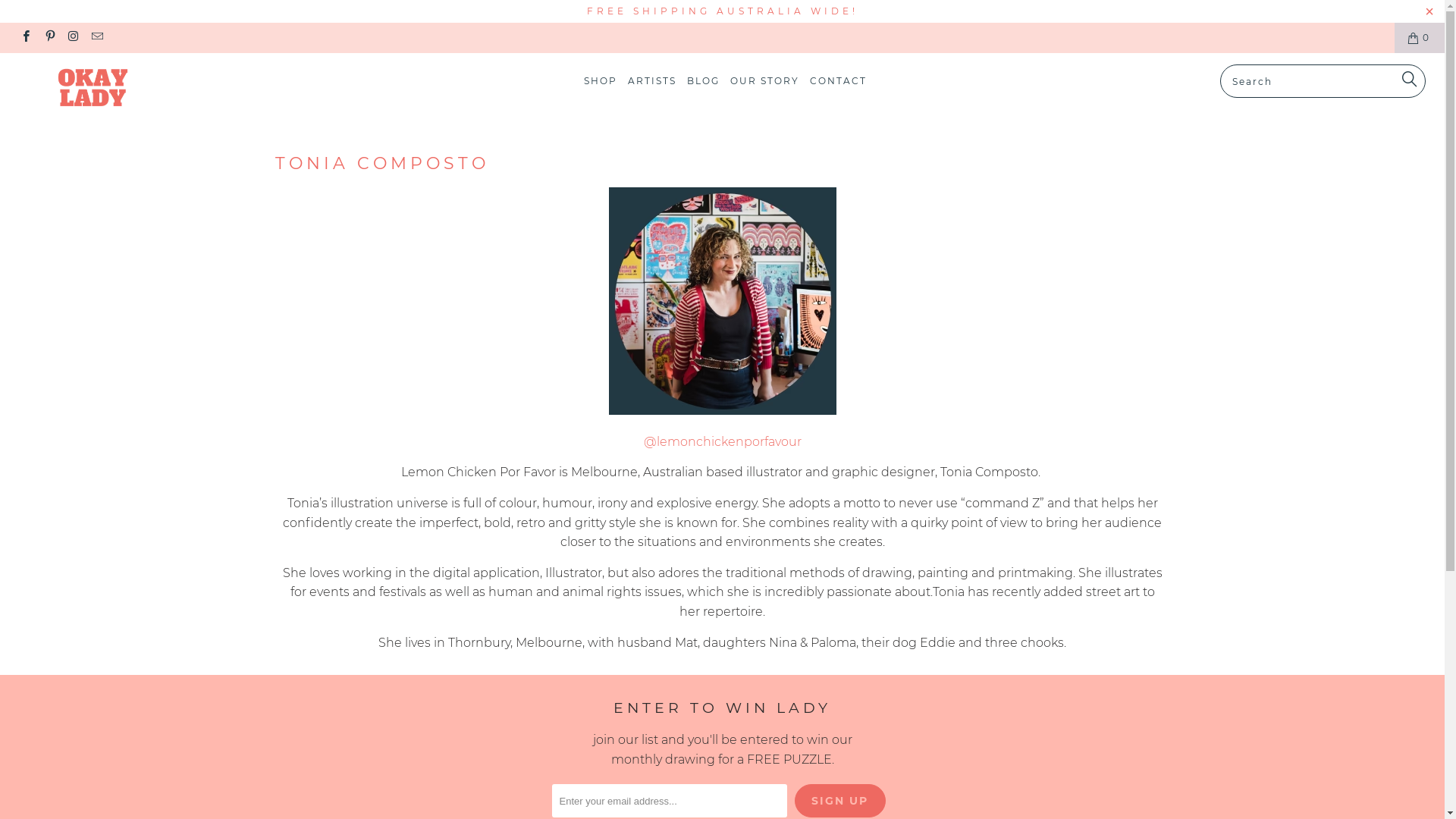 This screenshot has height=819, width=1456. I want to click on 'OUR STORY', so click(730, 81).